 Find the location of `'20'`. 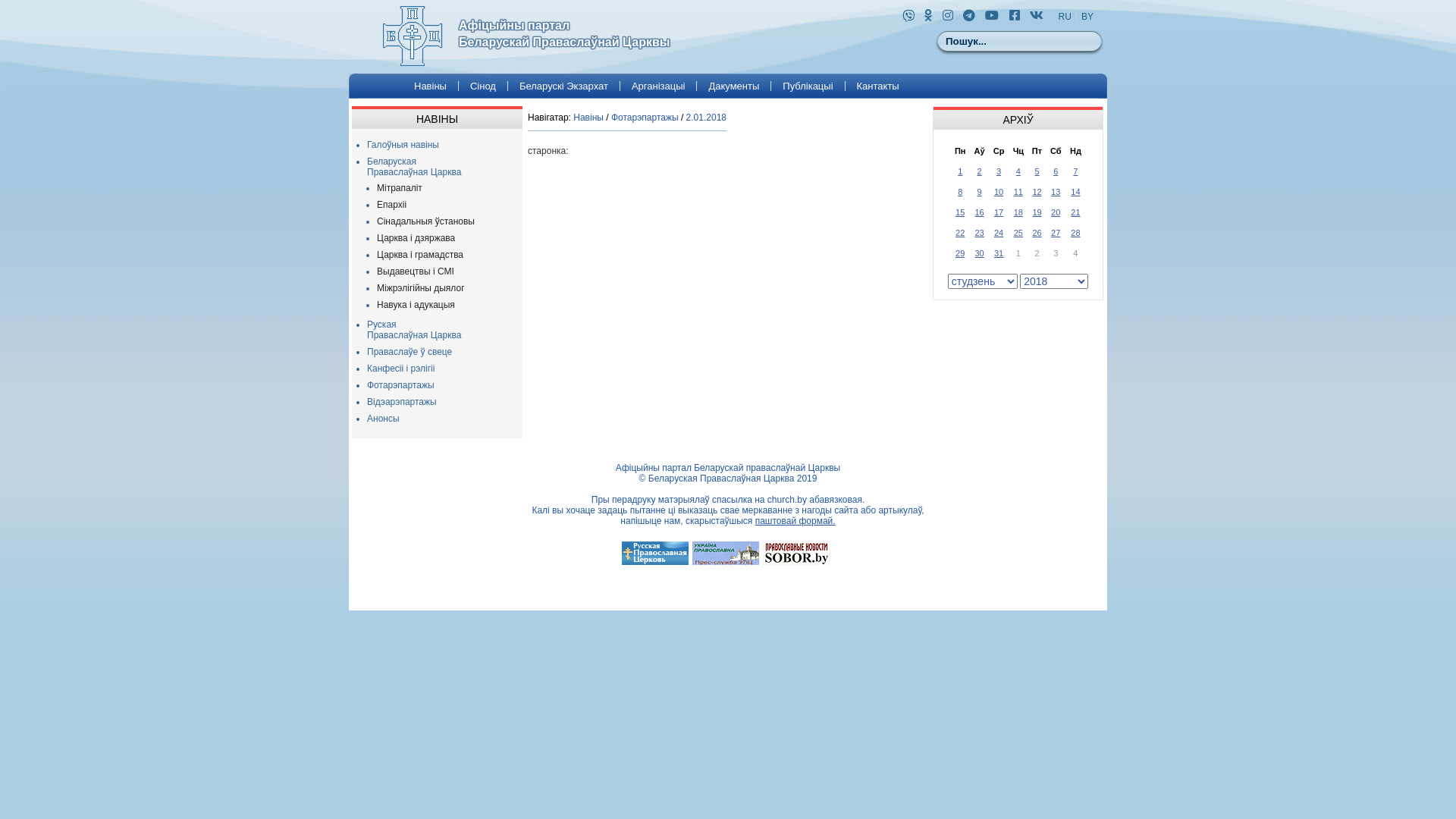

'20' is located at coordinates (1050, 212).